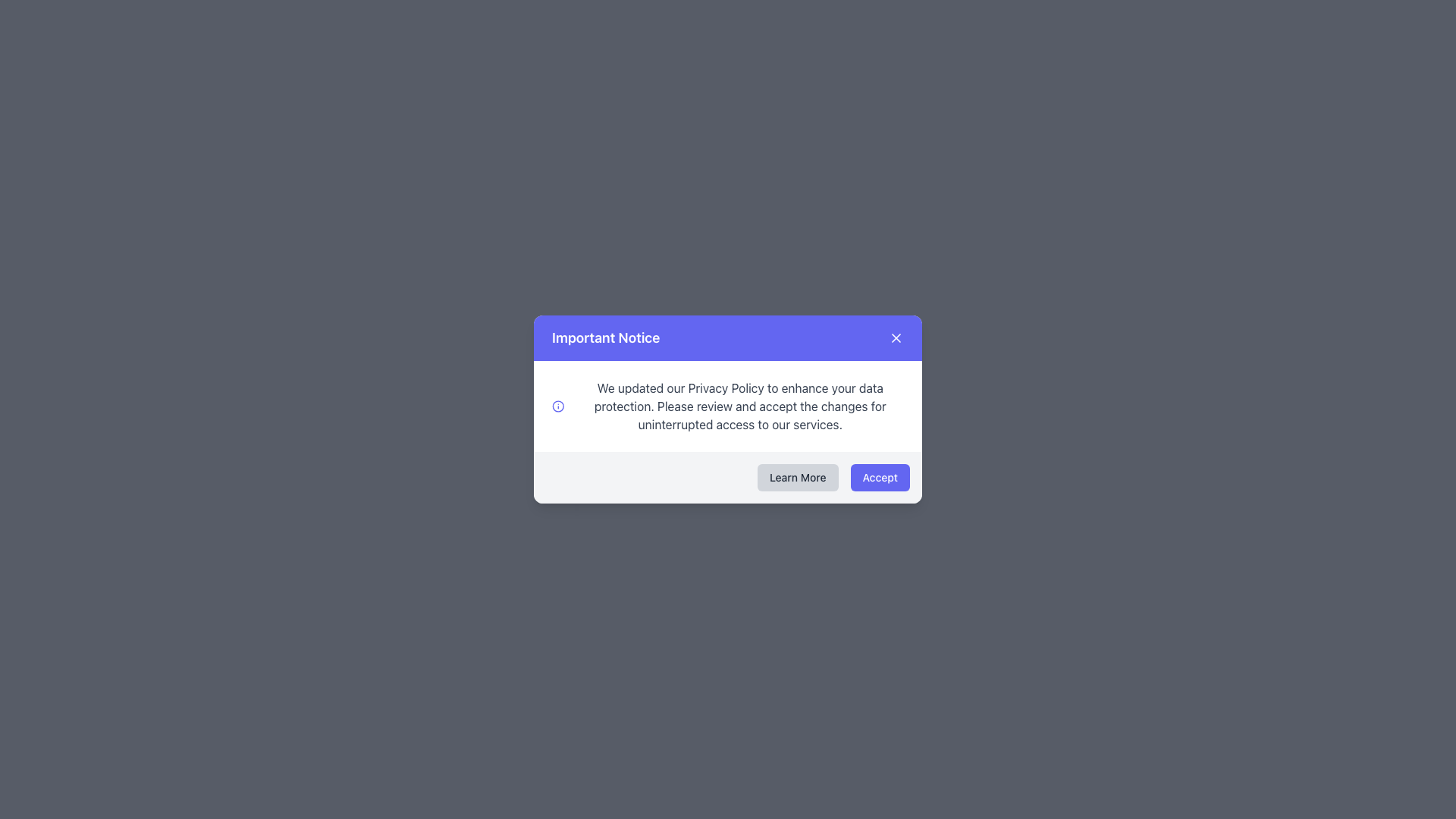 This screenshot has height=819, width=1456. Describe the element at coordinates (896, 337) in the screenshot. I see `the icon-based close button located in the top-right corner of the notification box, adjacent to the title 'Important Notice'` at that location.